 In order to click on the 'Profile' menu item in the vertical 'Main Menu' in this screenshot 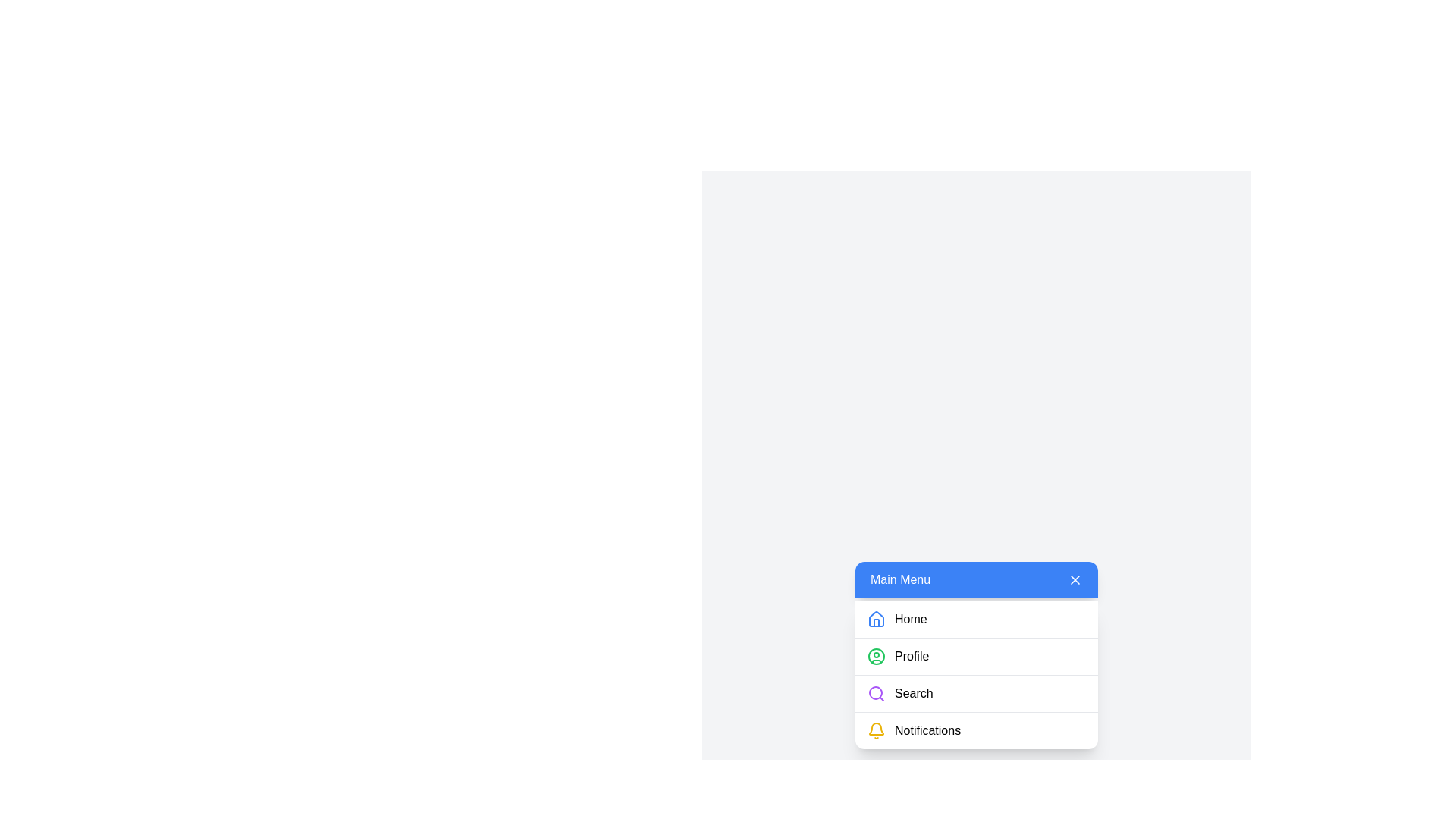, I will do `click(976, 654)`.